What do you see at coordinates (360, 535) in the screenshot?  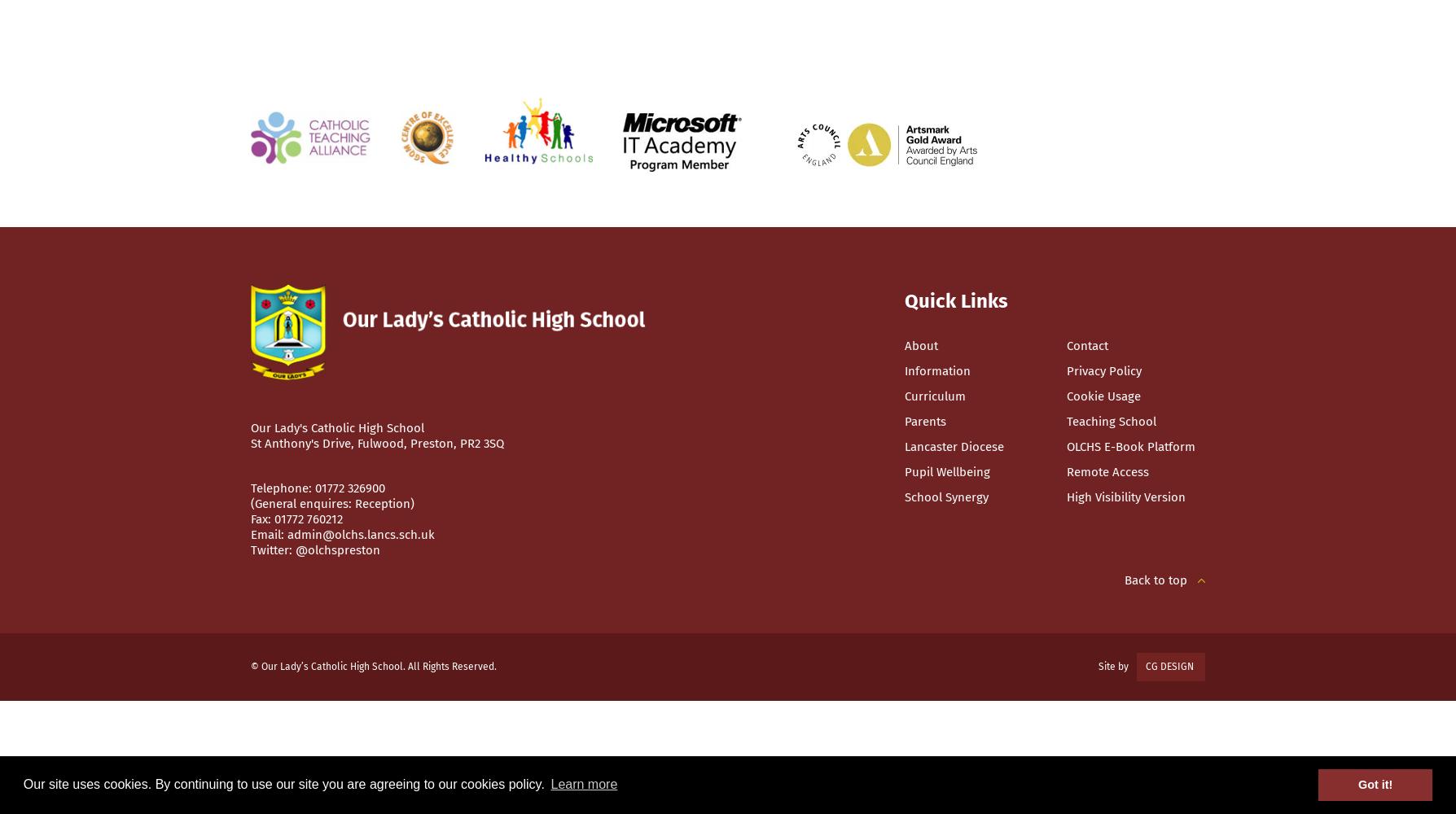 I see `'admin@olchs.lancs.sch.uk'` at bounding box center [360, 535].